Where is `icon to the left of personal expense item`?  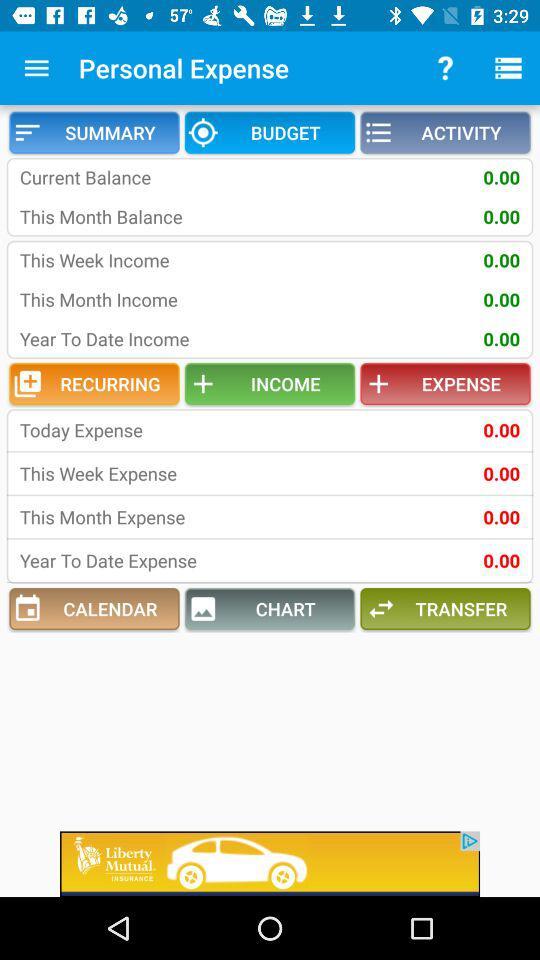 icon to the left of personal expense item is located at coordinates (36, 68).